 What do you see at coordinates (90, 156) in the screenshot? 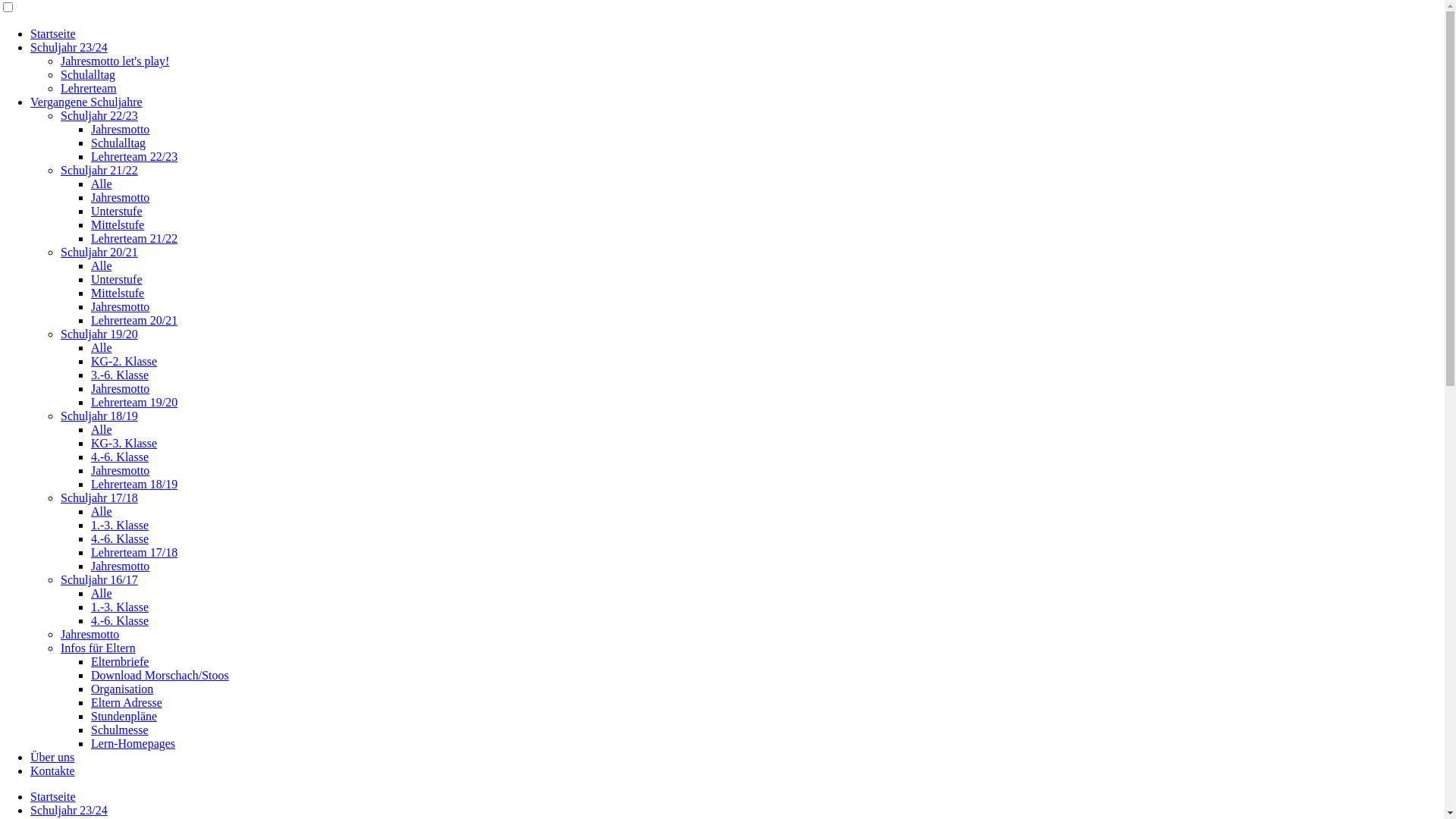
I see `'Lehrerteam 22/23'` at bounding box center [90, 156].